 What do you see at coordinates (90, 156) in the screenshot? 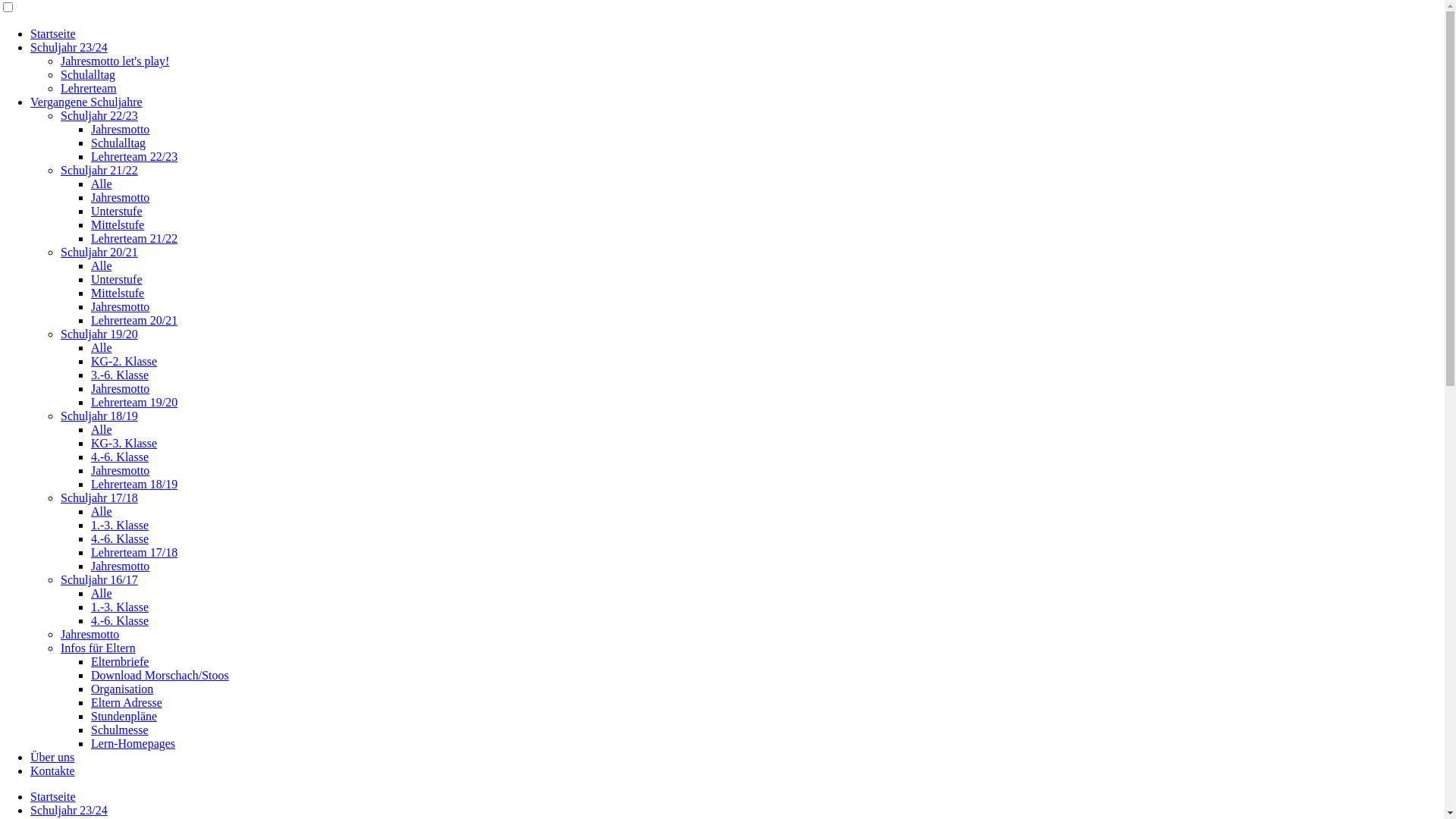
I see `'Lehrerteam 22/23'` at bounding box center [90, 156].